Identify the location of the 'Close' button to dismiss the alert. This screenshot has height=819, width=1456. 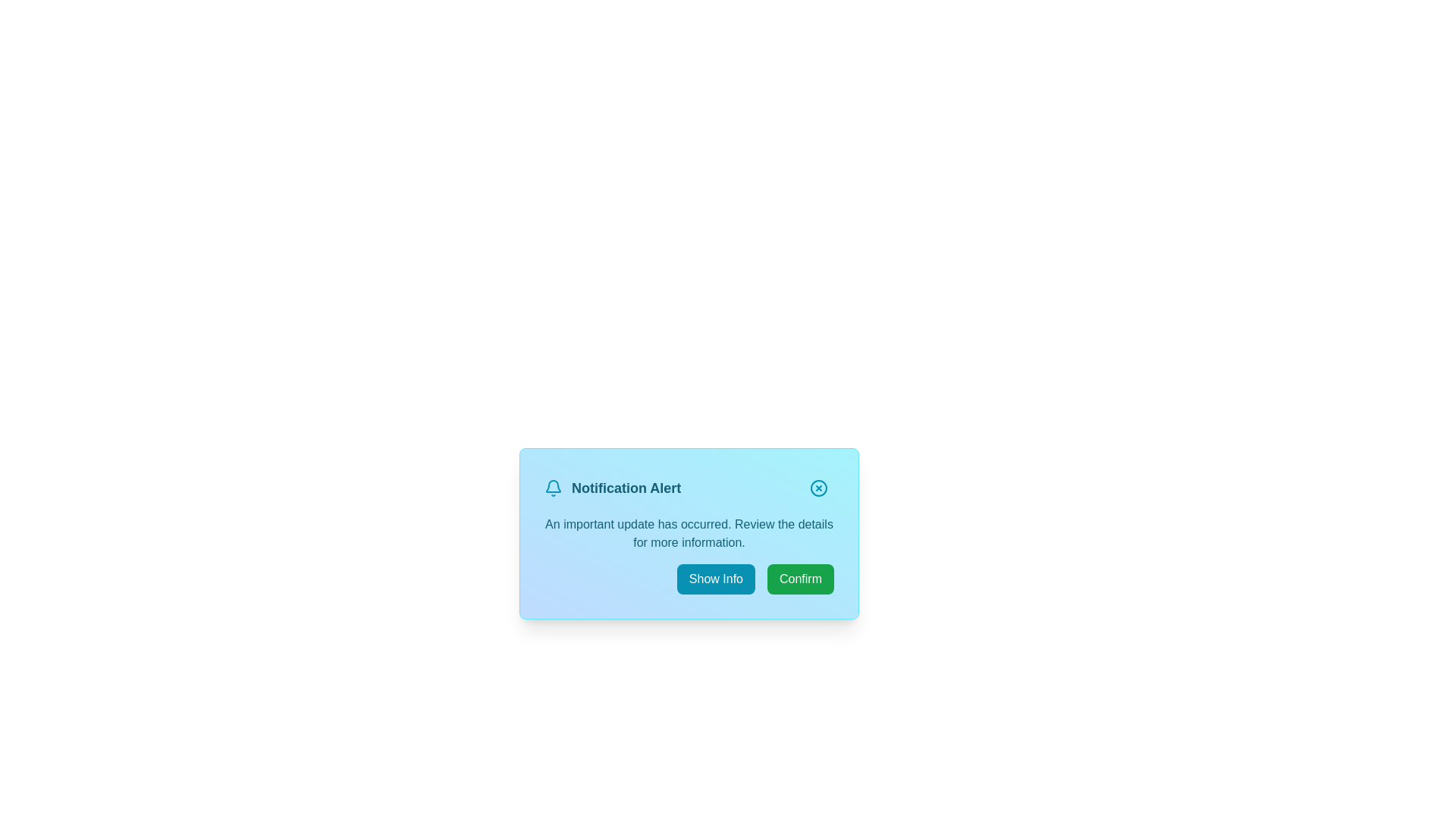
(818, 488).